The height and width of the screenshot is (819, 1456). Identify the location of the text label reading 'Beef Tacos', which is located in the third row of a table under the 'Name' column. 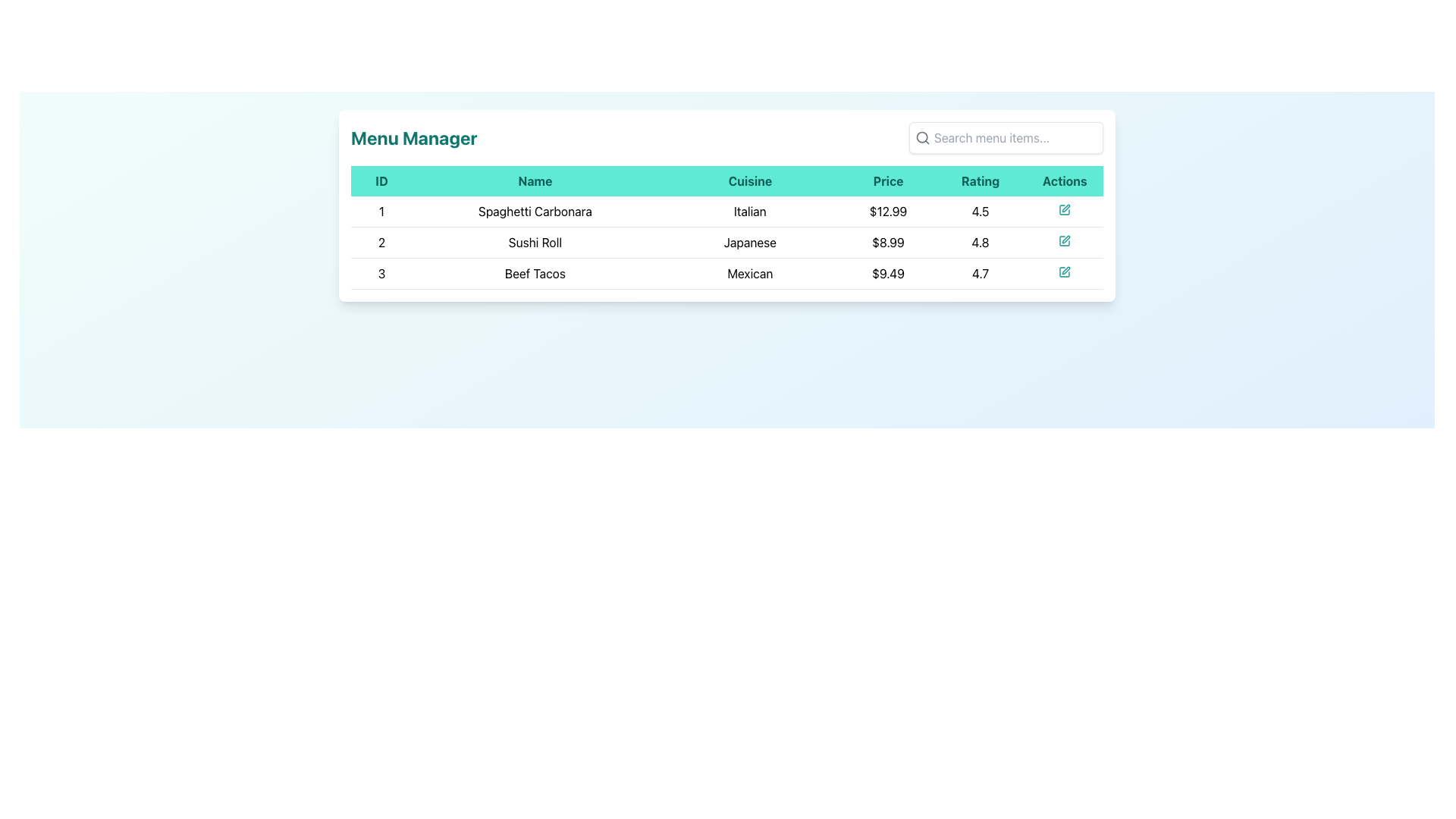
(535, 274).